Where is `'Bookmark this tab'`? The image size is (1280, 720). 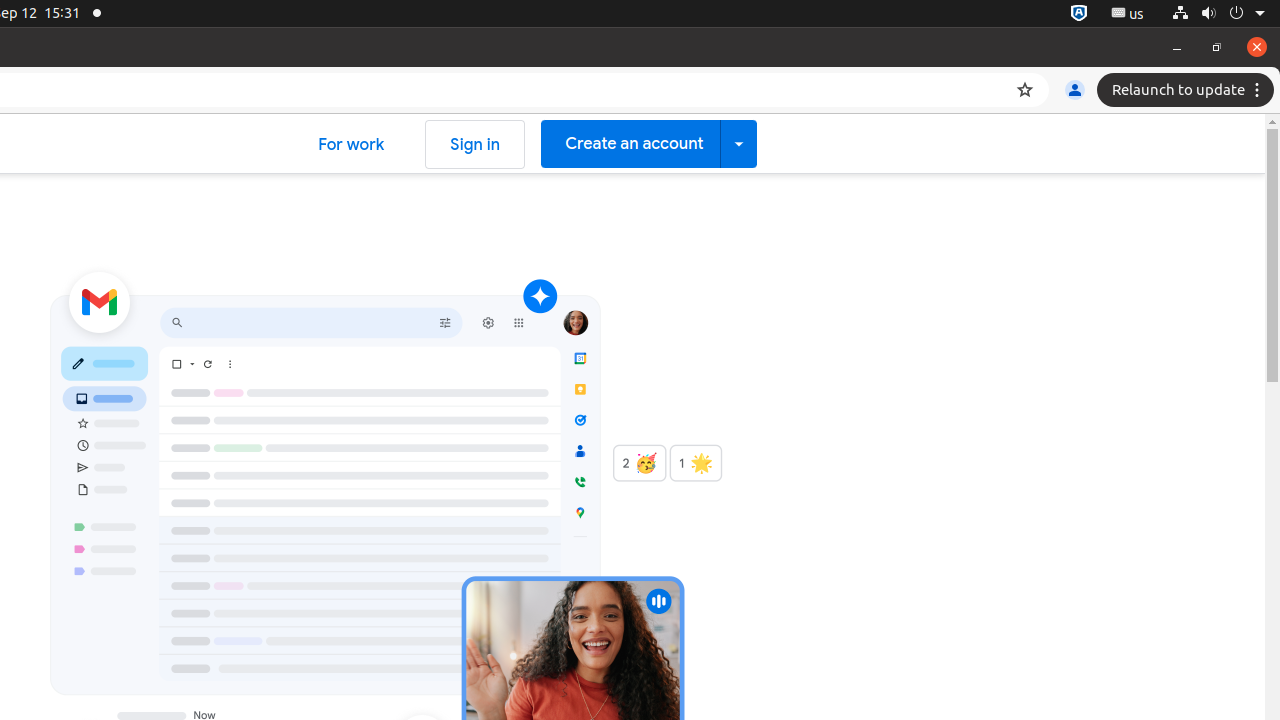
'Bookmark this tab' is located at coordinates (1025, 90).